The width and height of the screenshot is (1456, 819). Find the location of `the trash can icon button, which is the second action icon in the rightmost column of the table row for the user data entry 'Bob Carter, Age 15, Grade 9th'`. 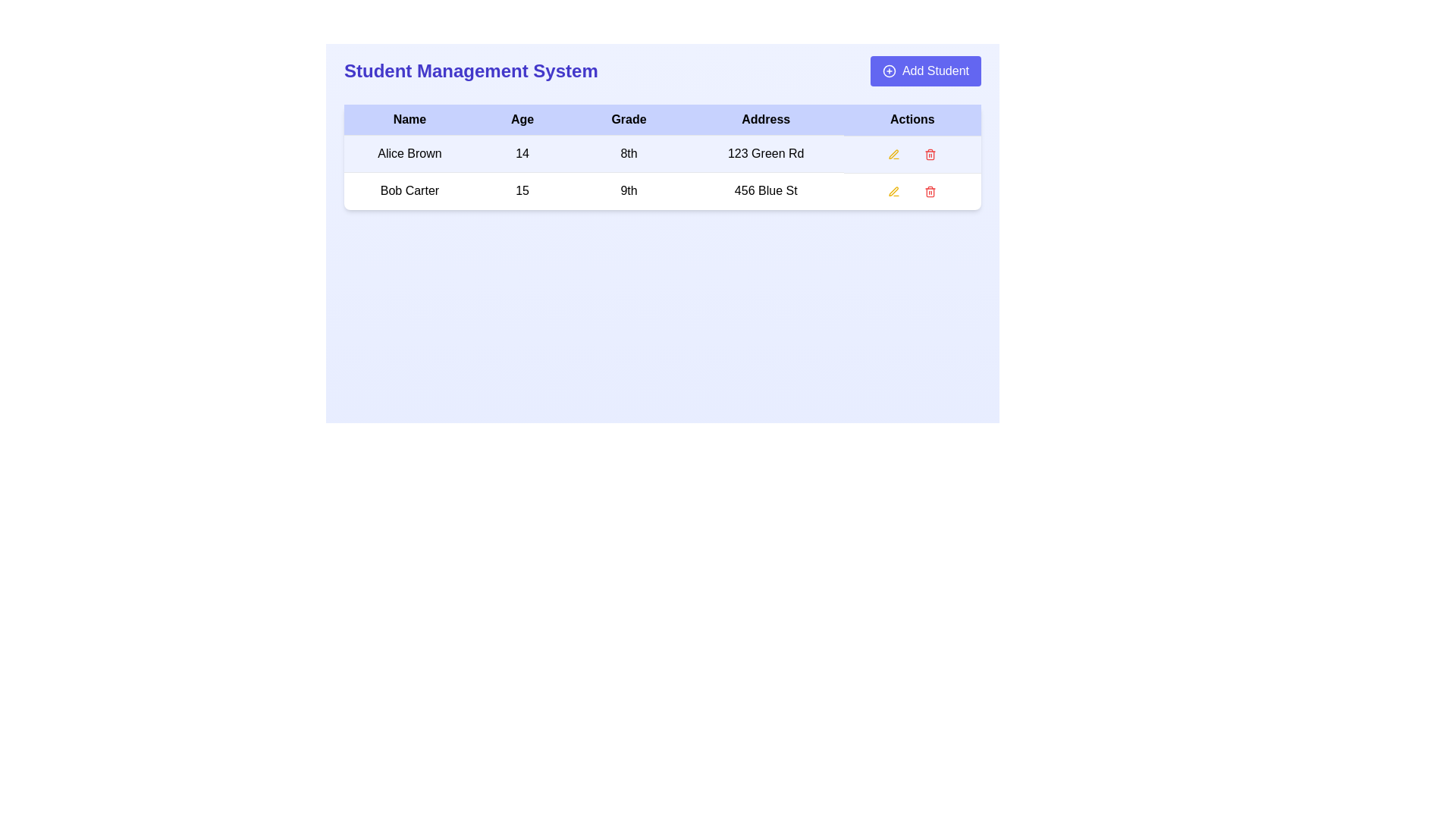

the trash can icon button, which is the second action icon in the rightmost column of the table row for the user data entry 'Bob Carter, Age 15, Grade 9th' is located at coordinates (930, 190).